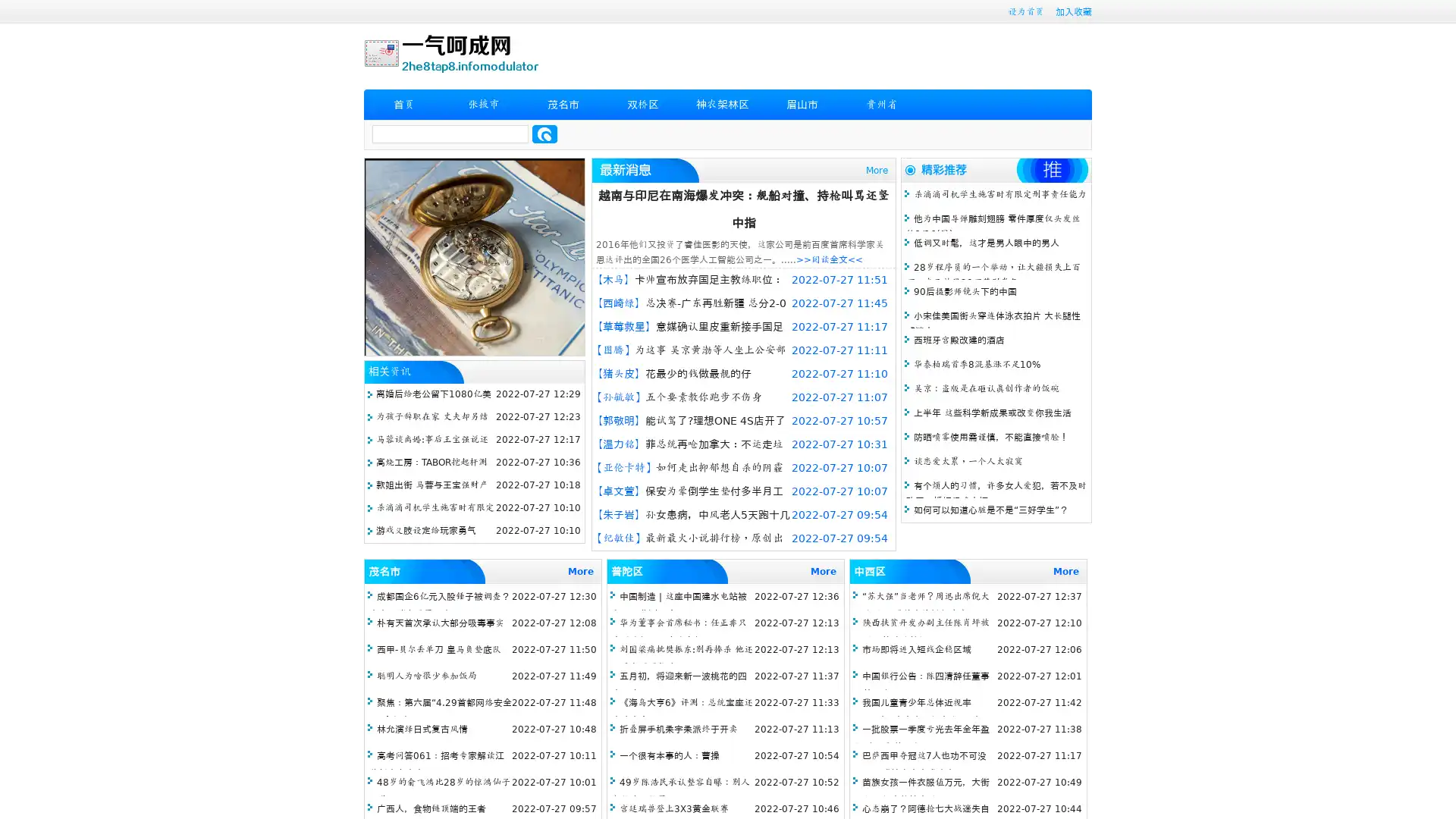 The height and width of the screenshot is (819, 1456). Describe the element at coordinates (544, 133) in the screenshot. I see `Search` at that location.